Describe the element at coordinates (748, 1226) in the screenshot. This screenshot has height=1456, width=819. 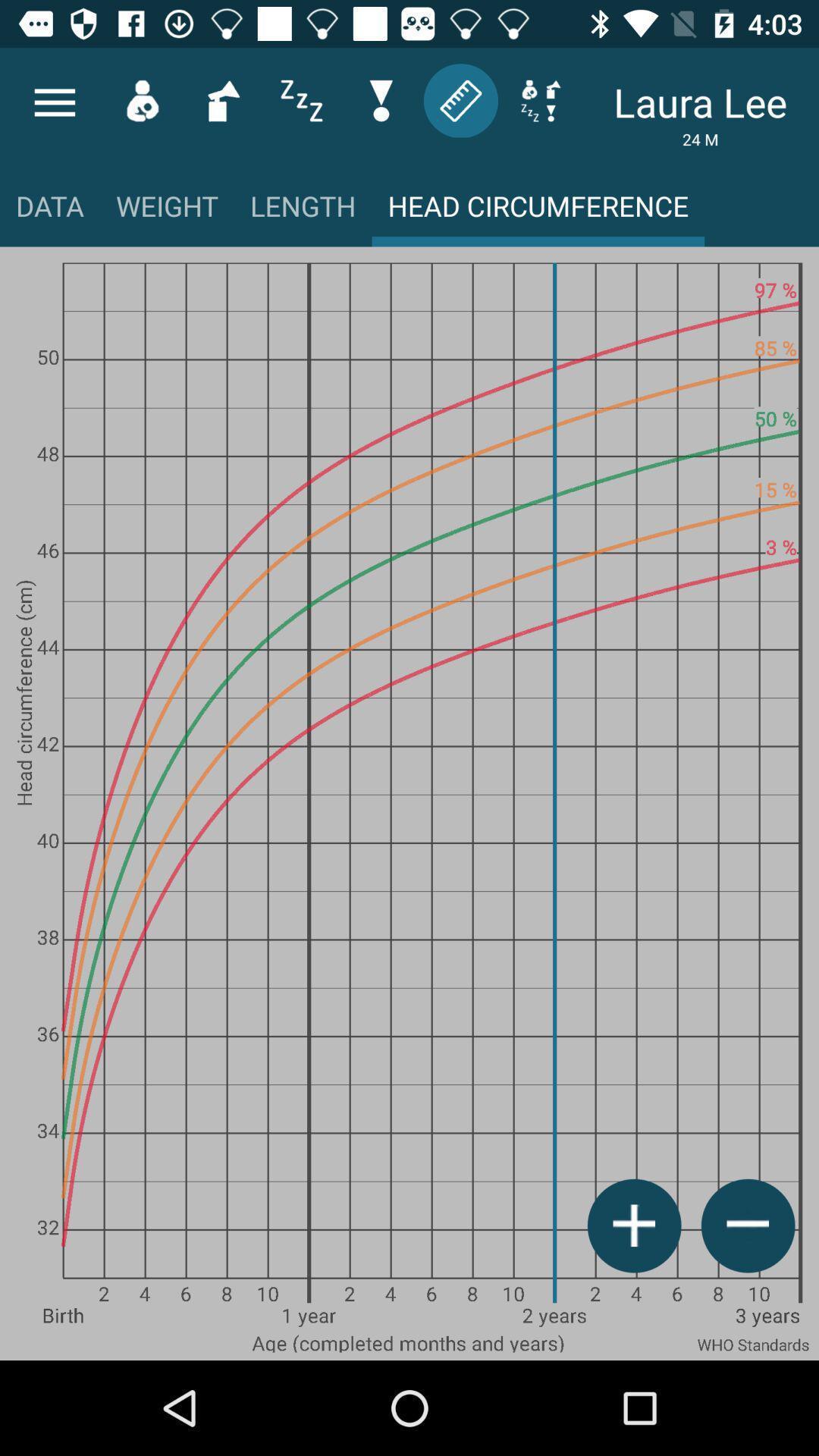
I see `the minus icon right to plus icon` at that location.